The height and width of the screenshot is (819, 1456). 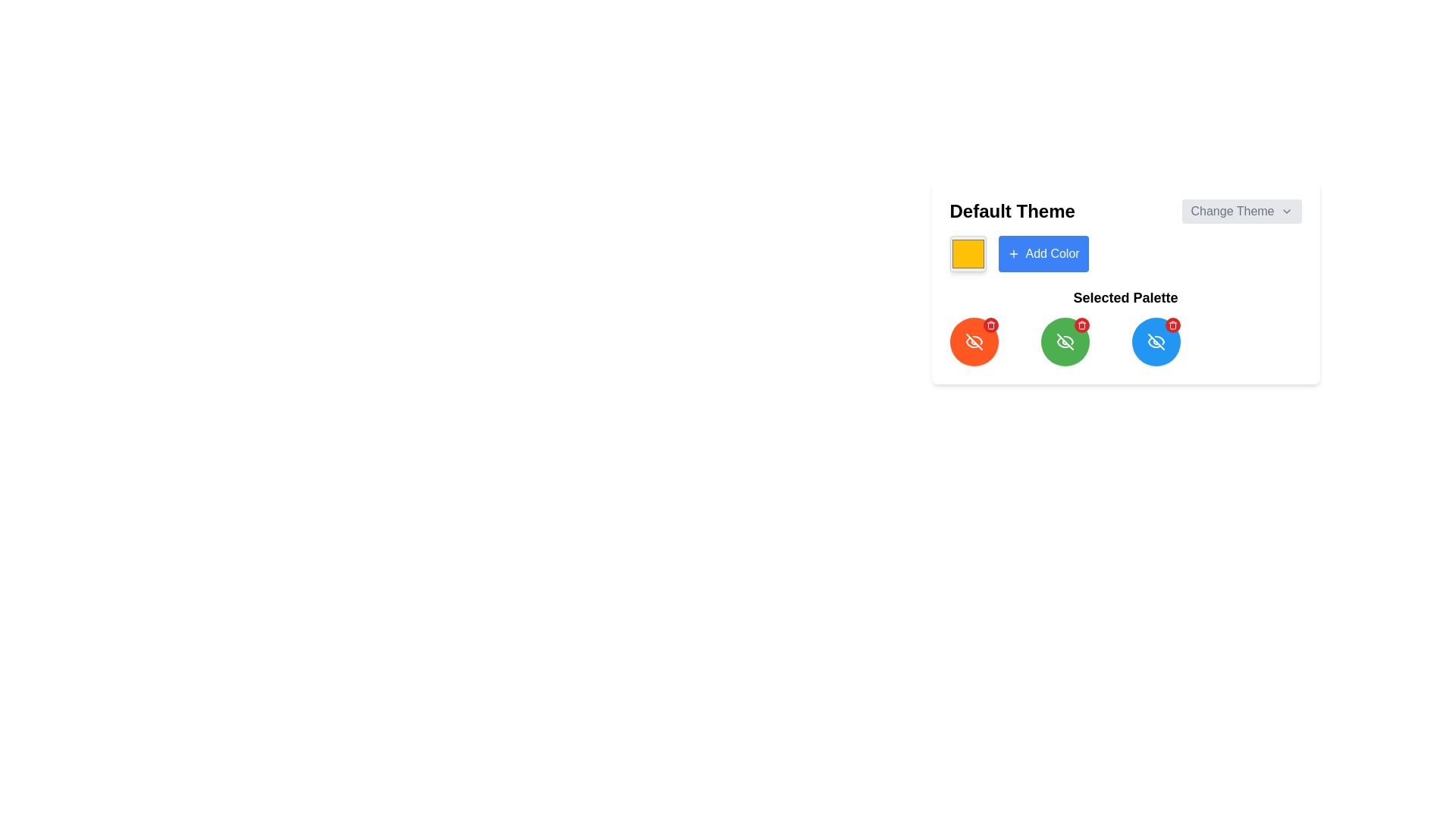 I want to click on the top right portion of the eye-off icon within the green circular button in the 'Selected Palette' section, which is the second button from the left, so click(x=1067, y=339).